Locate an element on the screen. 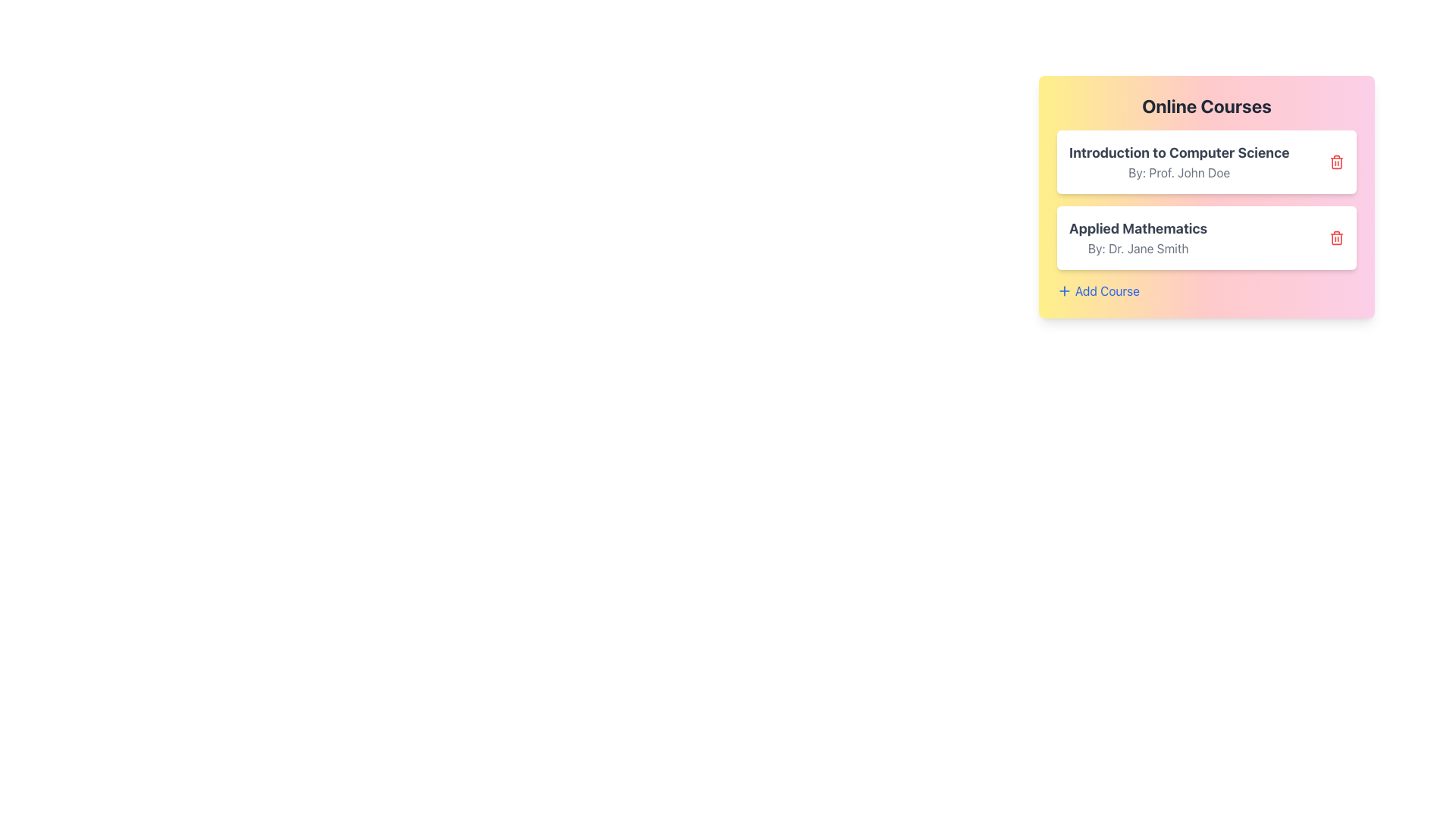 The image size is (1456, 819). the text label that reads 'By: Prof. John Doe', which is a smaller, gray-colored font positioned directly below 'Introduction to Computer Science' in the first course card under the 'Online Courses' section is located at coordinates (1178, 171).